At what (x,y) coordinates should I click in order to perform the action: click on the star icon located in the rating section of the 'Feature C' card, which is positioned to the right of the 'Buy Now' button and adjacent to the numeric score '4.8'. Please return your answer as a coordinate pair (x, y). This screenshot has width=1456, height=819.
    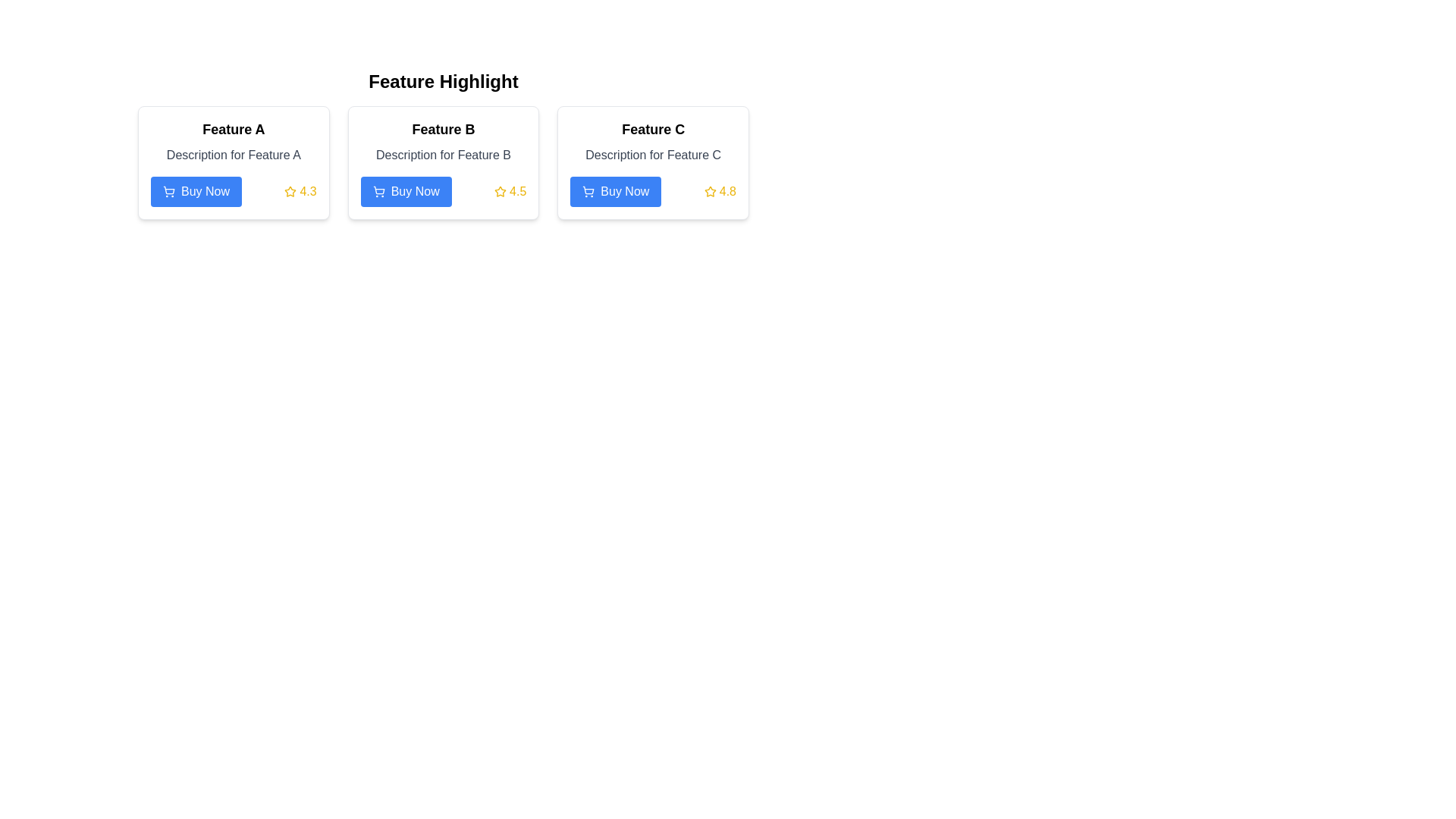
    Looking at the image, I should click on (709, 191).